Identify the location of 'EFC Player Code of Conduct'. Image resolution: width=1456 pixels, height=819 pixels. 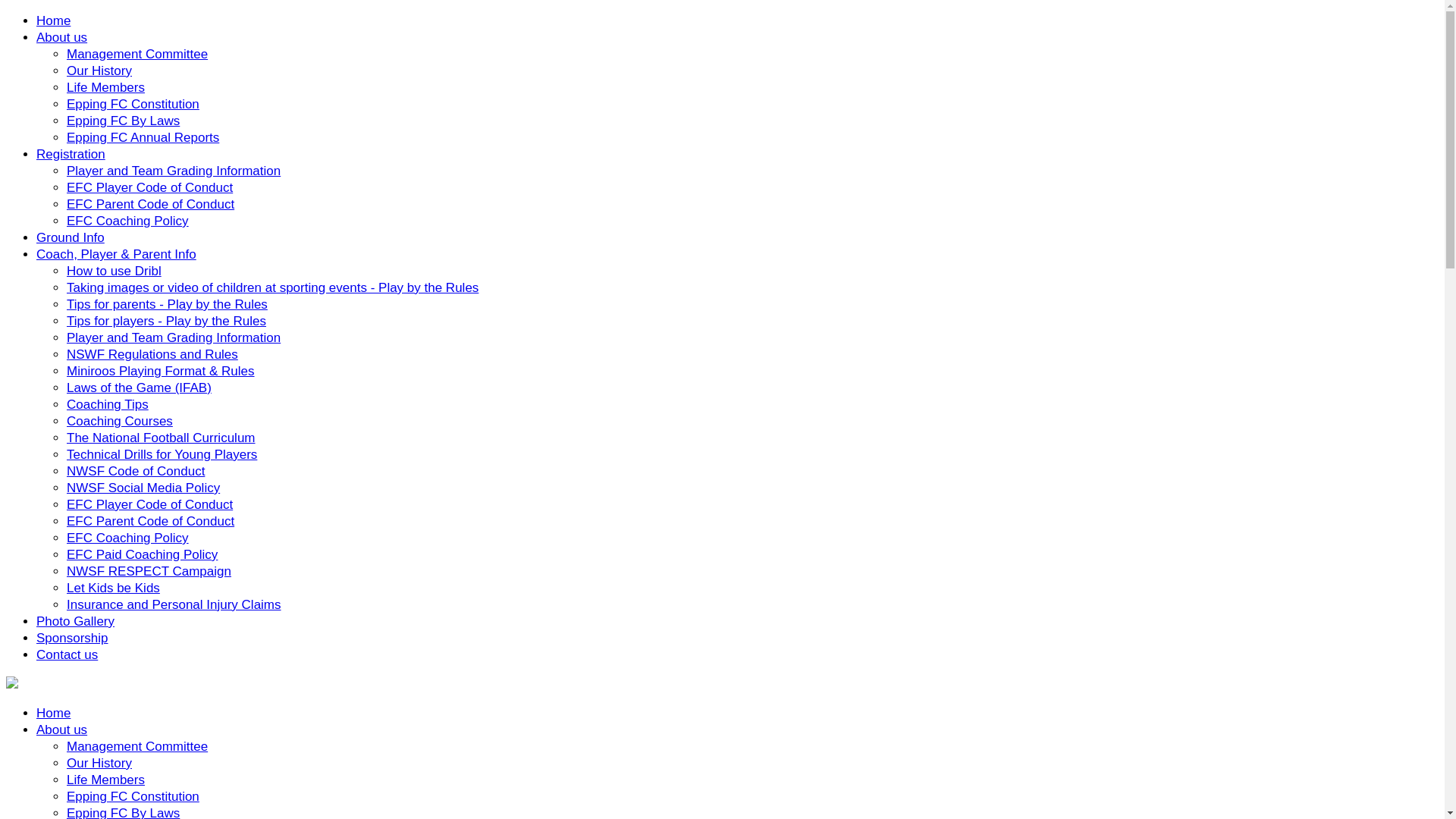
(149, 504).